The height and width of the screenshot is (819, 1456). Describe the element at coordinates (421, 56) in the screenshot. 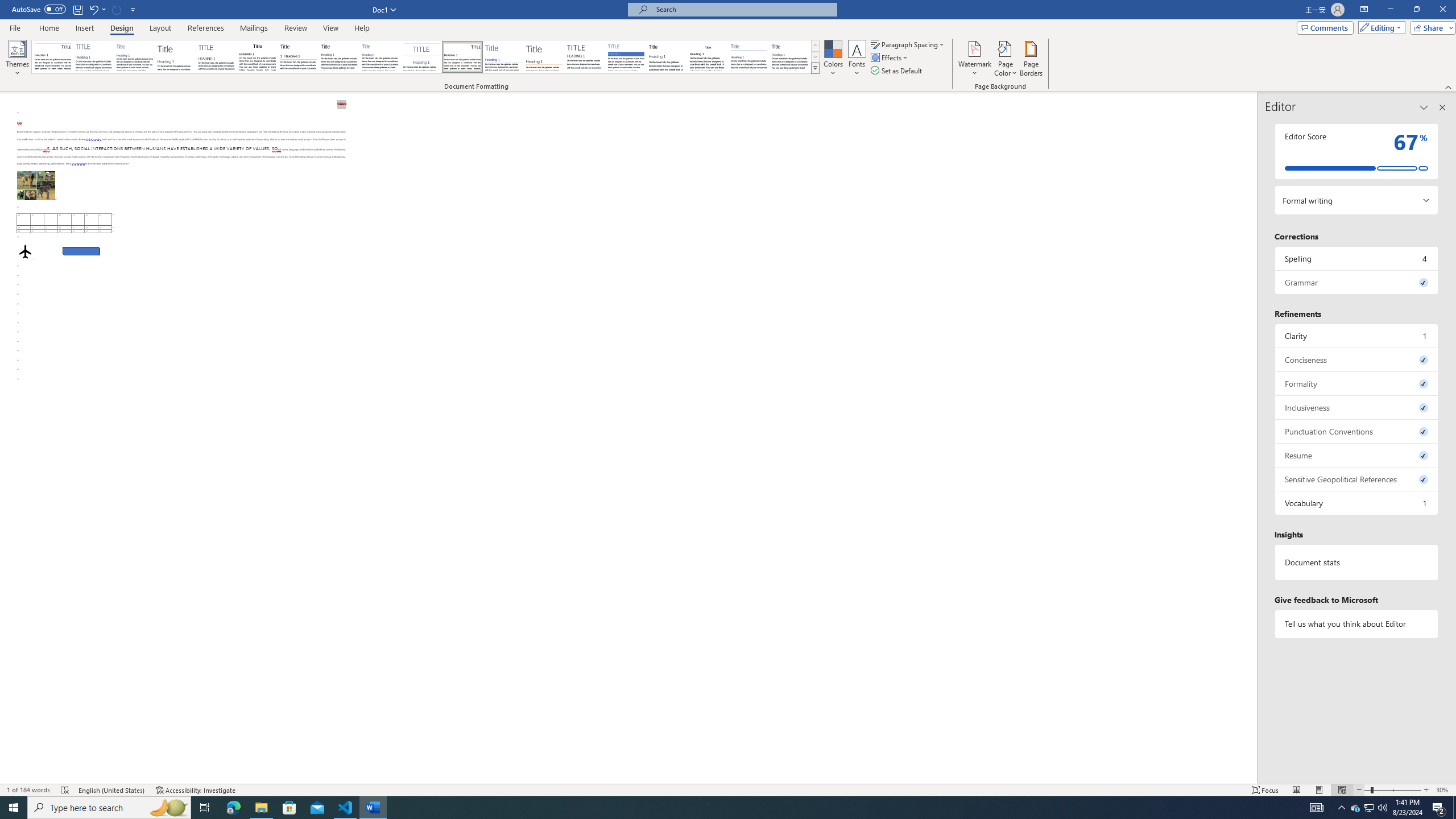

I see `'Centered'` at that location.